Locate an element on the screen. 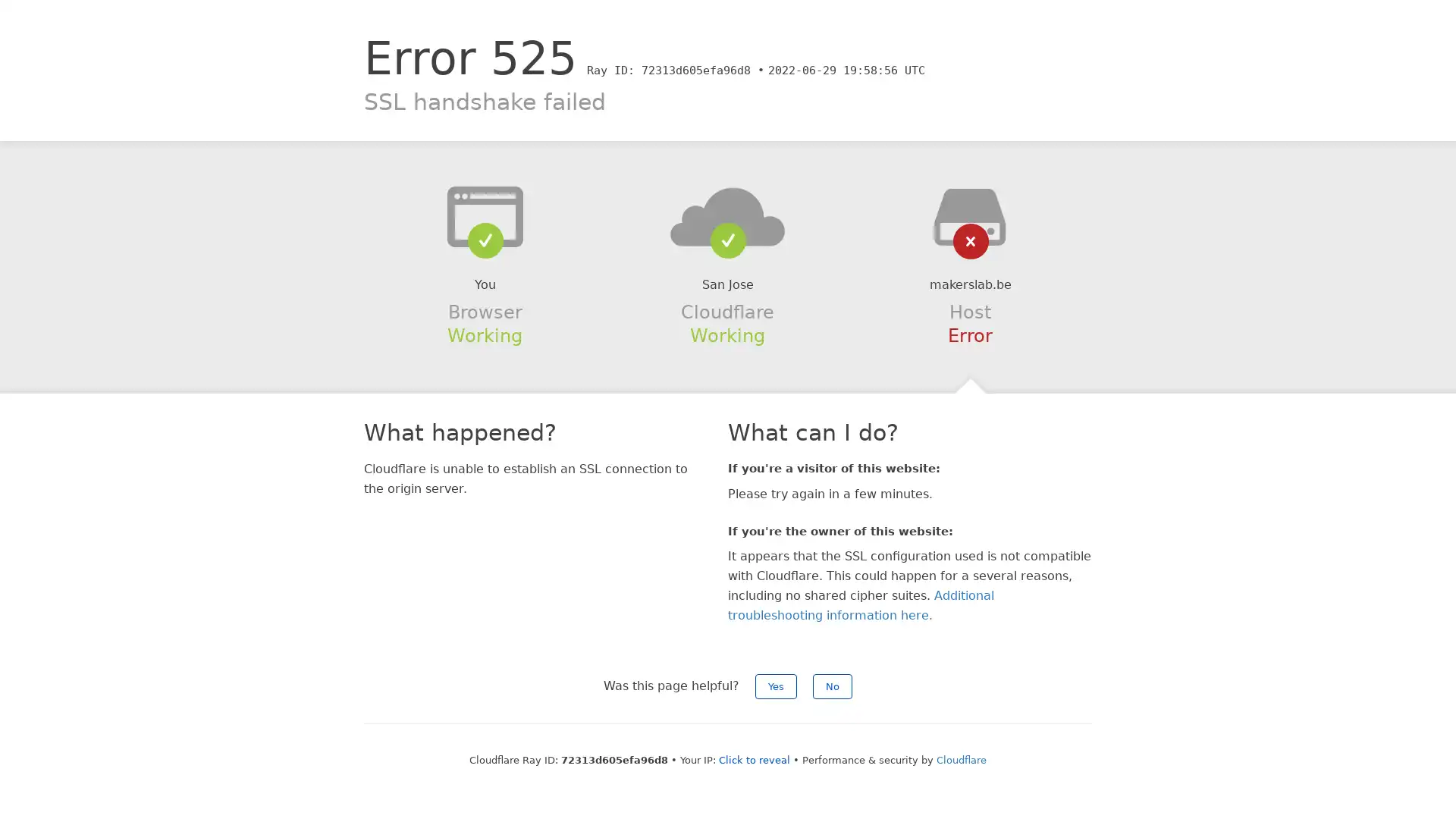  Click to reveal is located at coordinates (754, 760).